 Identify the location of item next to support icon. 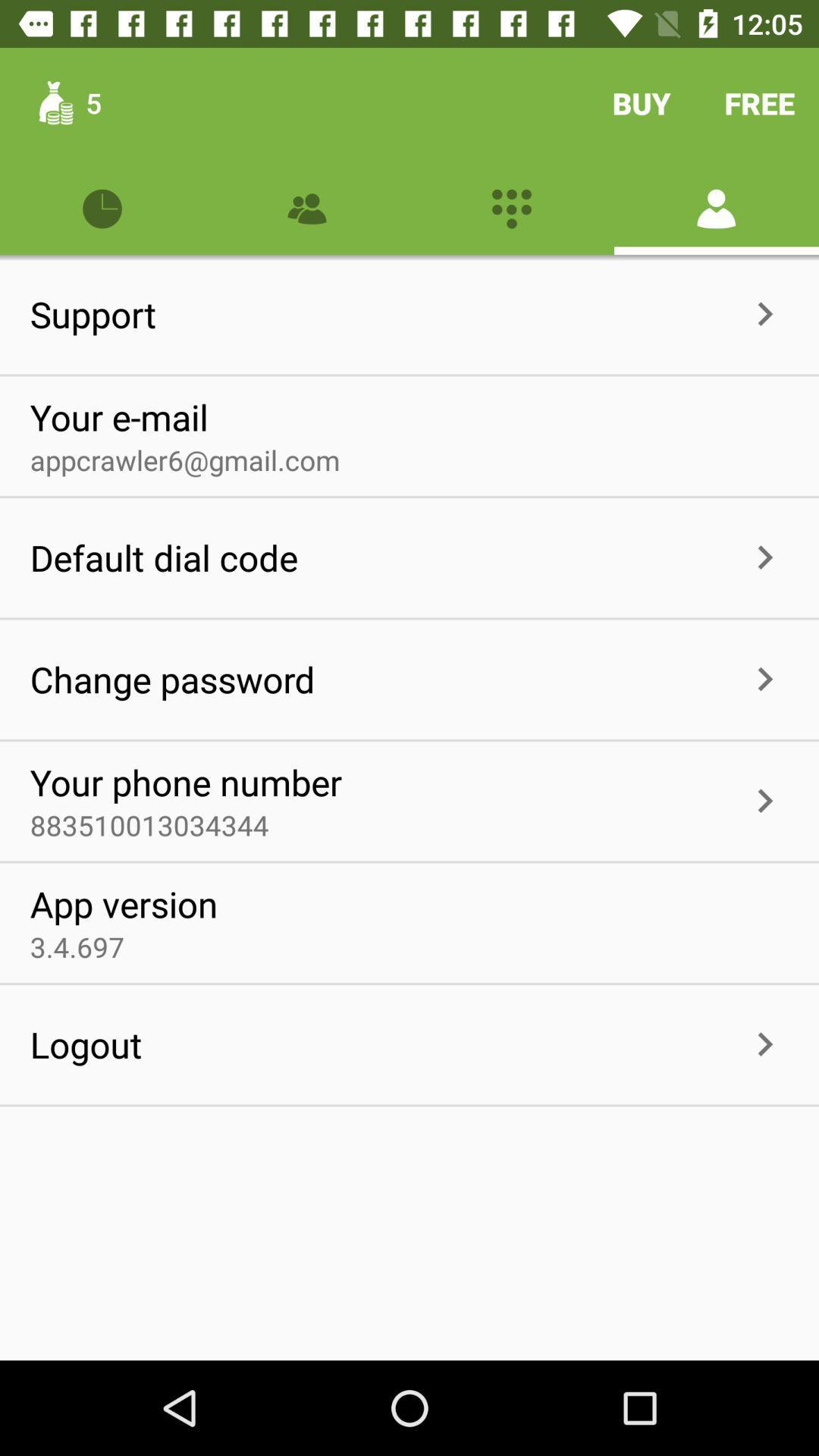
(447, 313).